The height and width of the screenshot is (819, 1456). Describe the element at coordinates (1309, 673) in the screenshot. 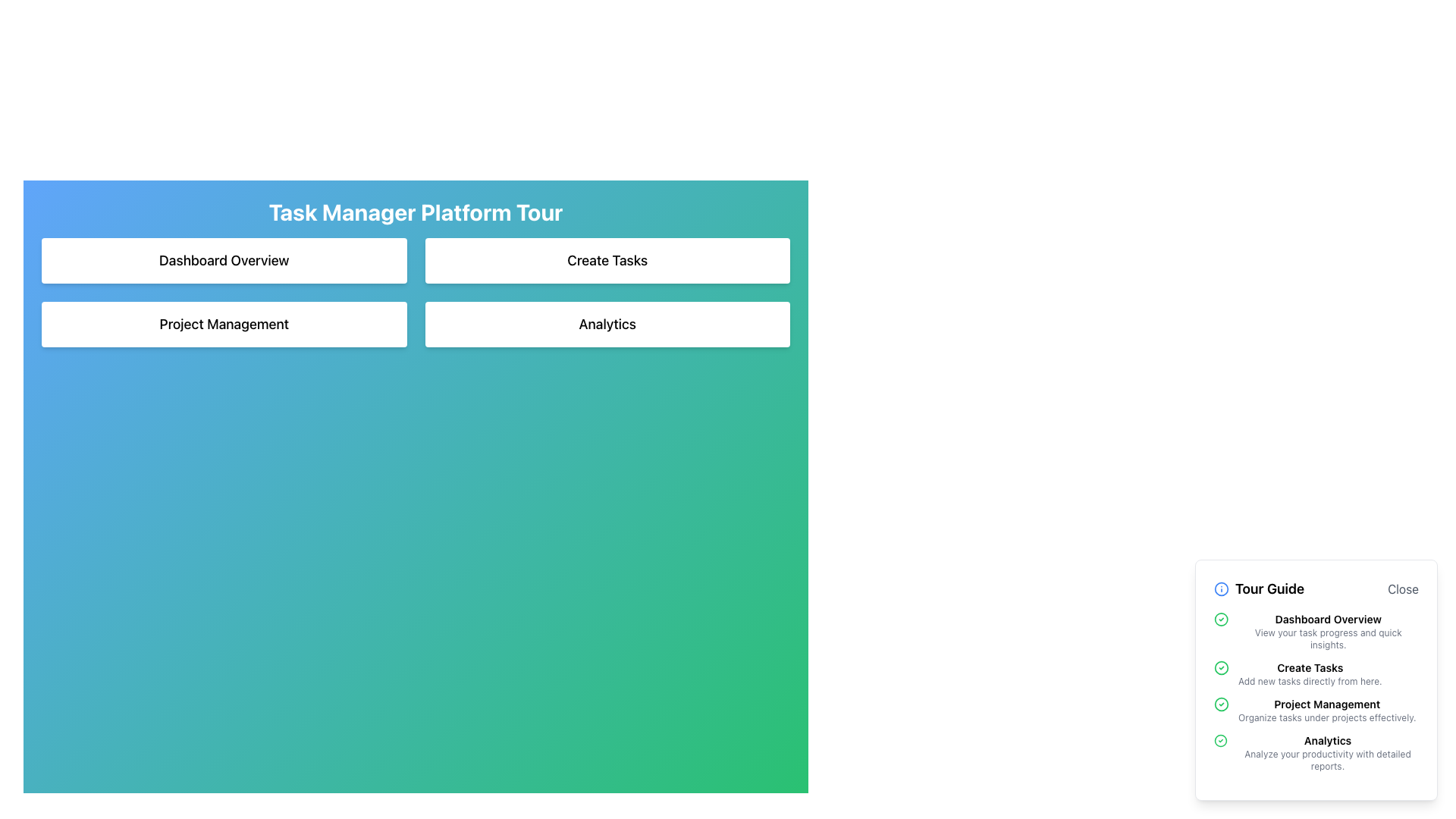

I see `the Text Block that displays 'Create Tasks' and 'Add new tasks directly from here.' located in the right section of the overlay panel, second in the vertical list` at that location.